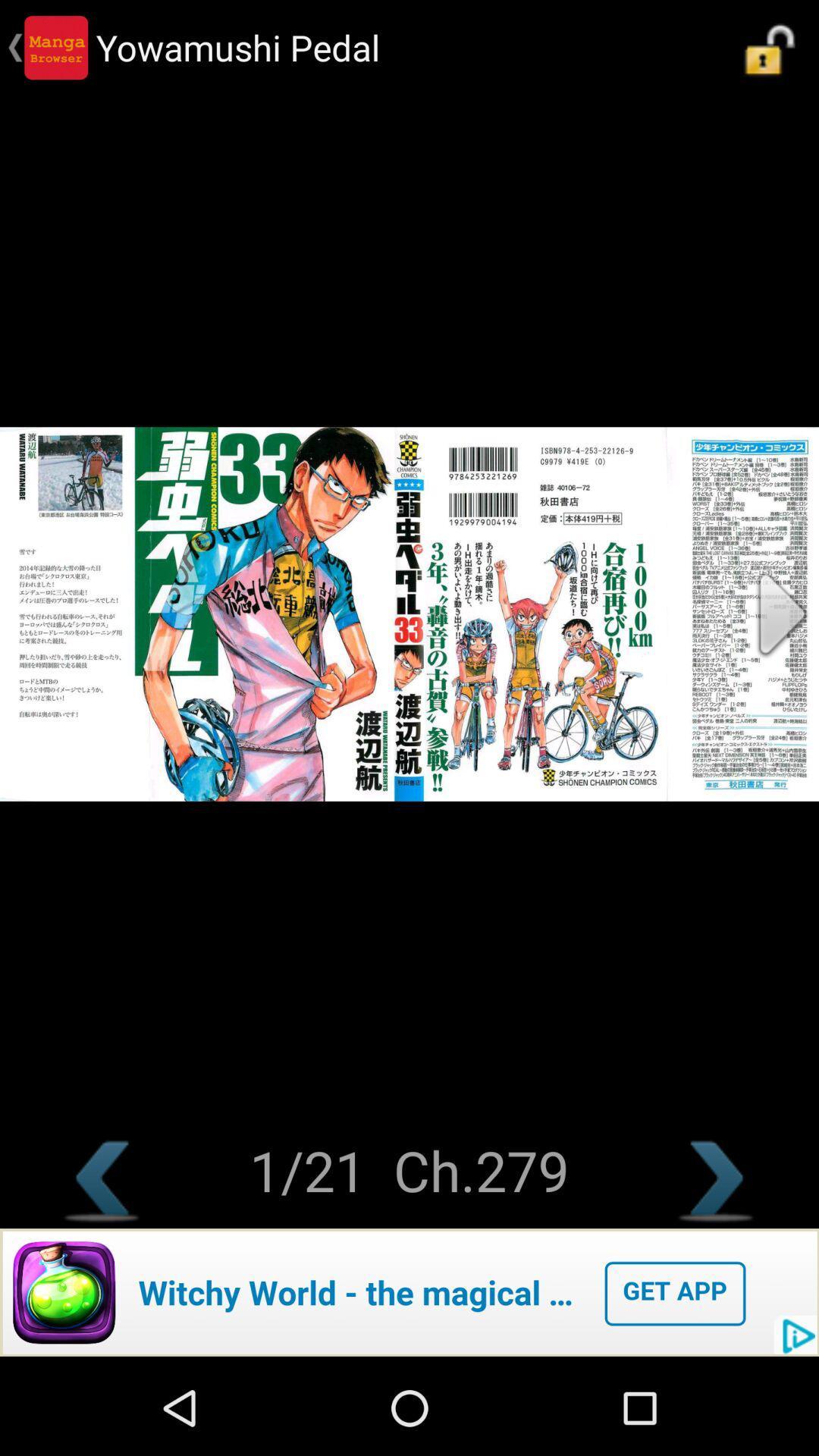  Describe the element at coordinates (102, 1263) in the screenshot. I see `the arrow_backward icon` at that location.